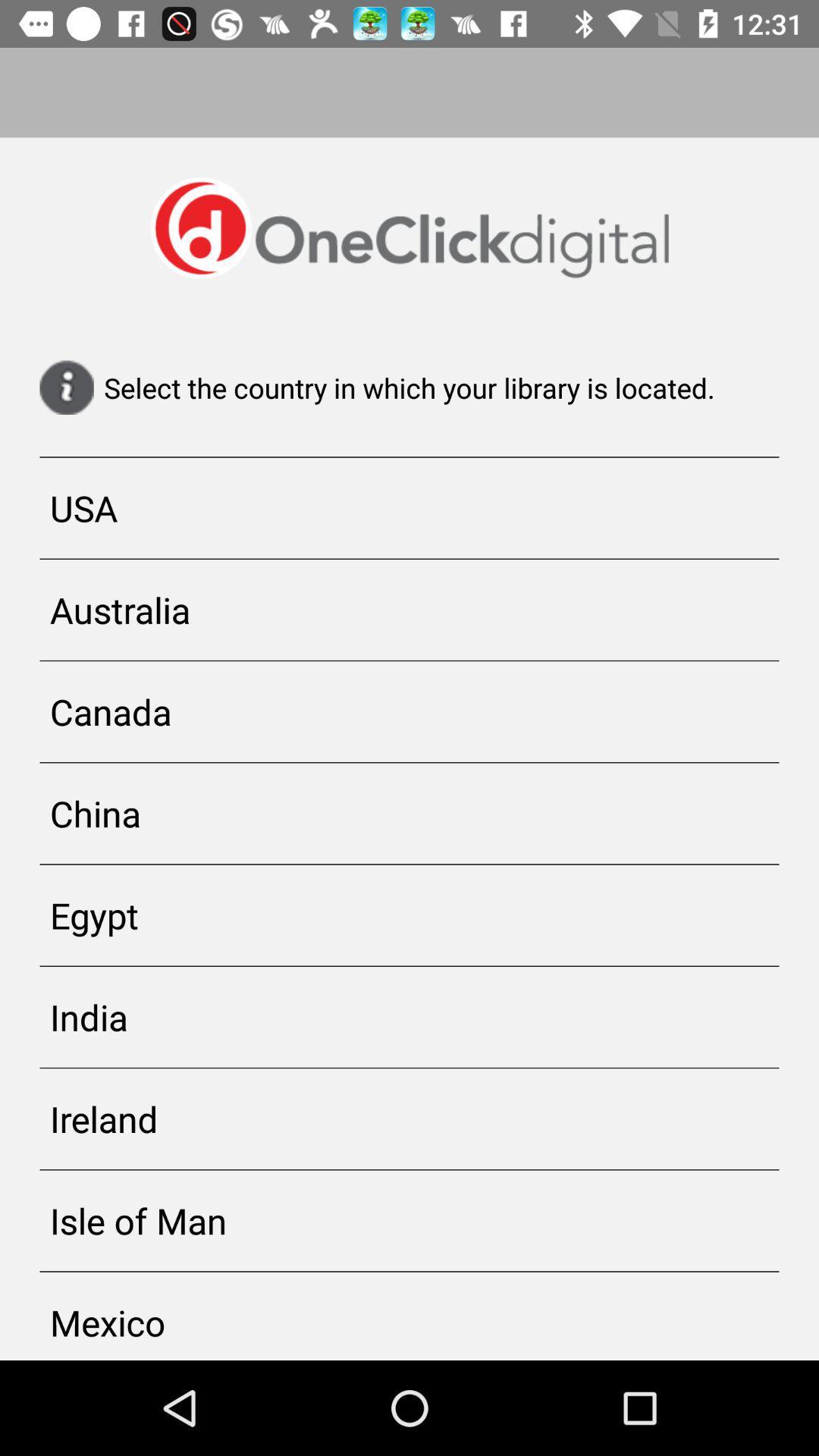 The height and width of the screenshot is (1456, 819). What do you see at coordinates (409, 915) in the screenshot?
I see `the item above the india item` at bounding box center [409, 915].